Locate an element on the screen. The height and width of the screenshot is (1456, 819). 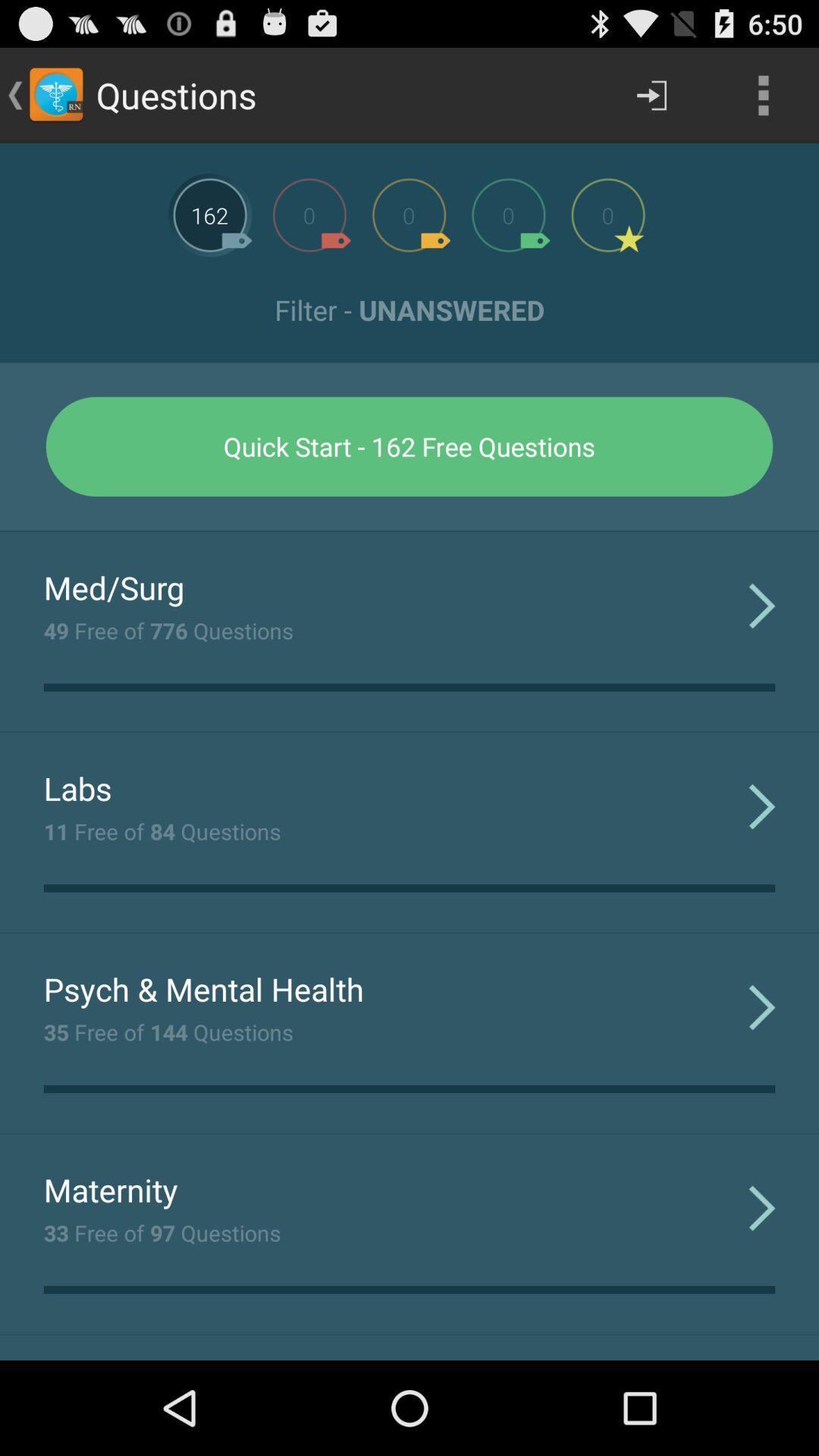
the icon below the filter - unanswered is located at coordinates (409, 446).